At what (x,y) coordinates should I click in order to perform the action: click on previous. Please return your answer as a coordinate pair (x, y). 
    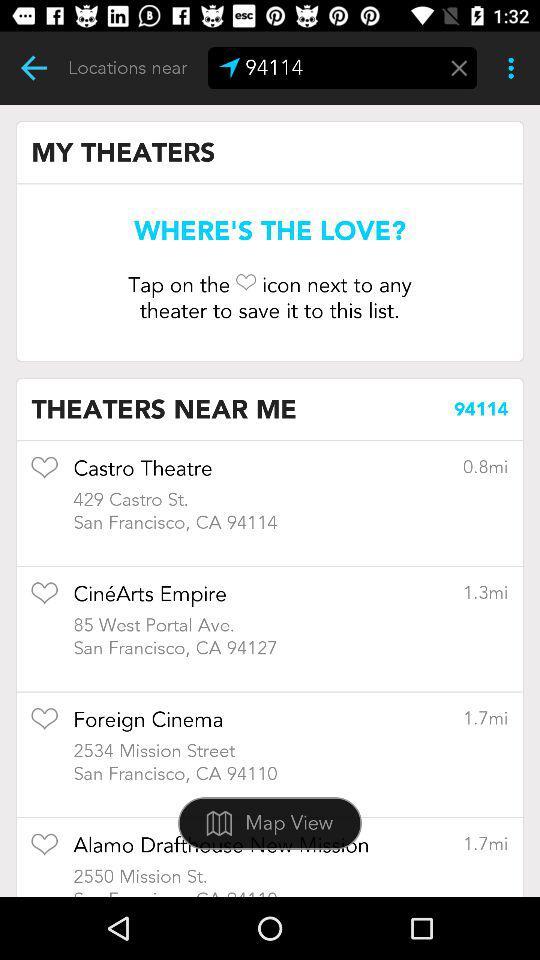
    Looking at the image, I should click on (33, 68).